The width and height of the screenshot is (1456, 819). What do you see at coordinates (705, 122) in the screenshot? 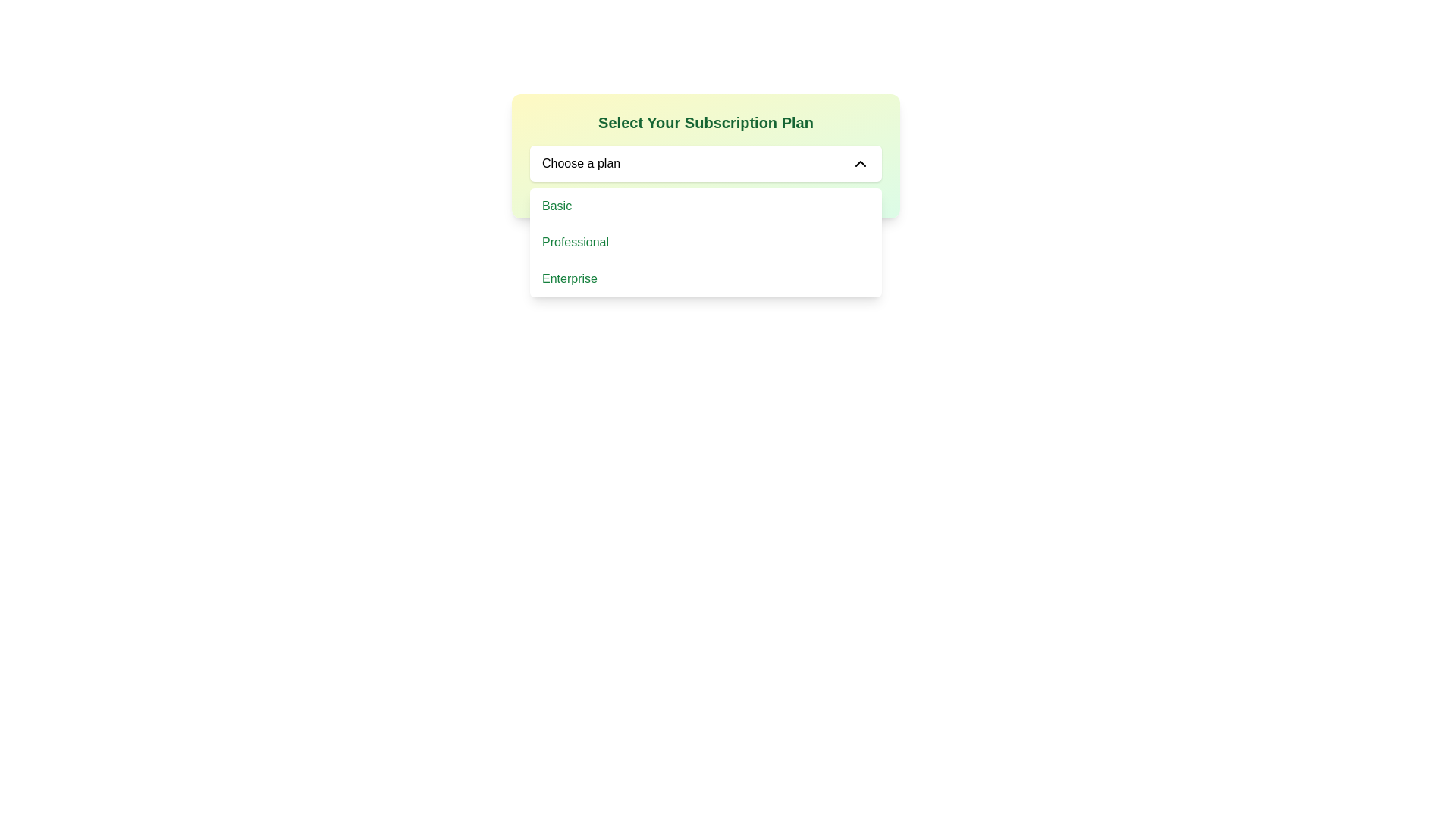
I see `the header text element that reads 'Select Your Subscription Plan', styled with a green font and positioned at the top of the card-like interface` at bounding box center [705, 122].